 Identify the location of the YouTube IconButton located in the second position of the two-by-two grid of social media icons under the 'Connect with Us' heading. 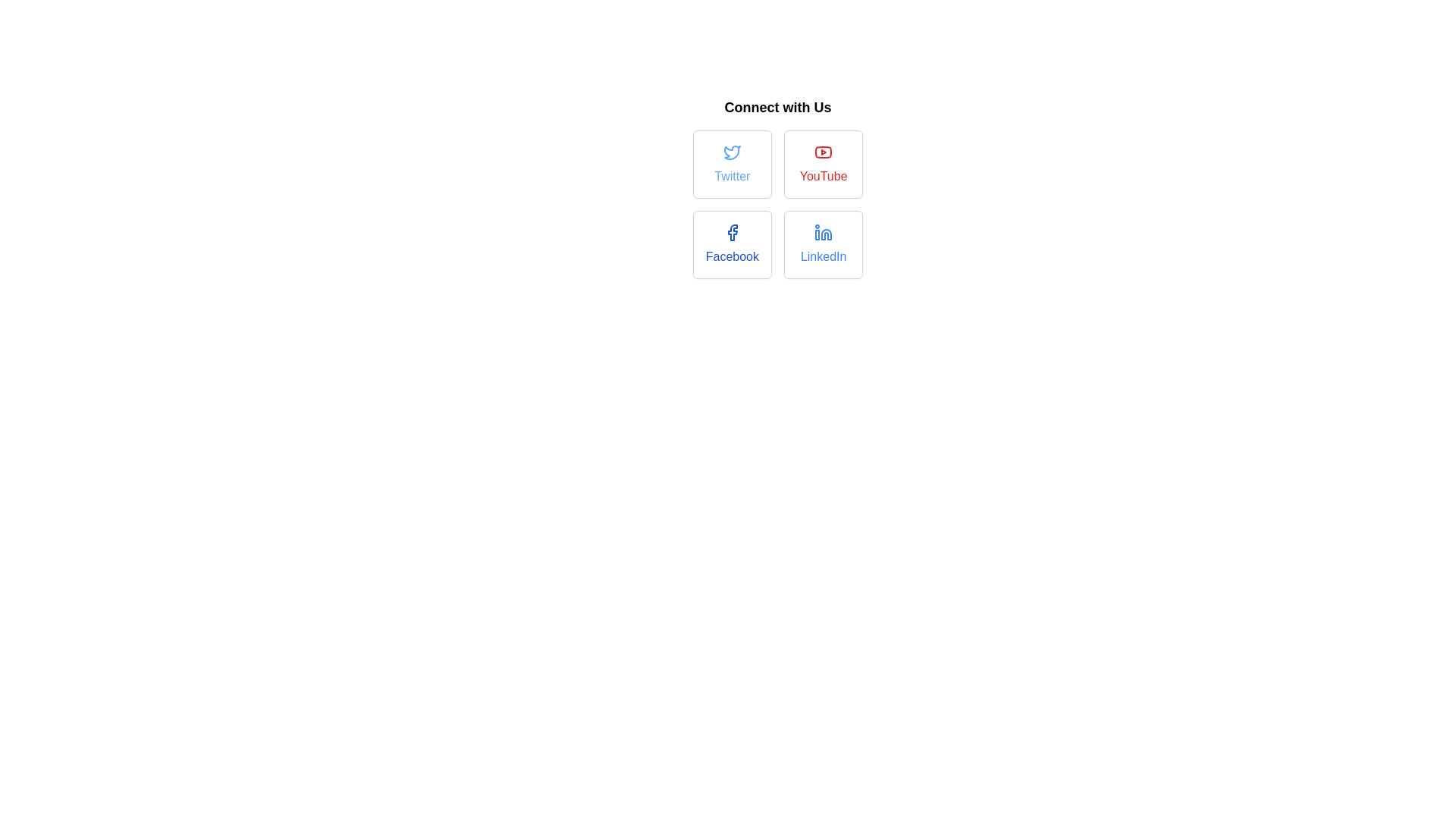
(823, 152).